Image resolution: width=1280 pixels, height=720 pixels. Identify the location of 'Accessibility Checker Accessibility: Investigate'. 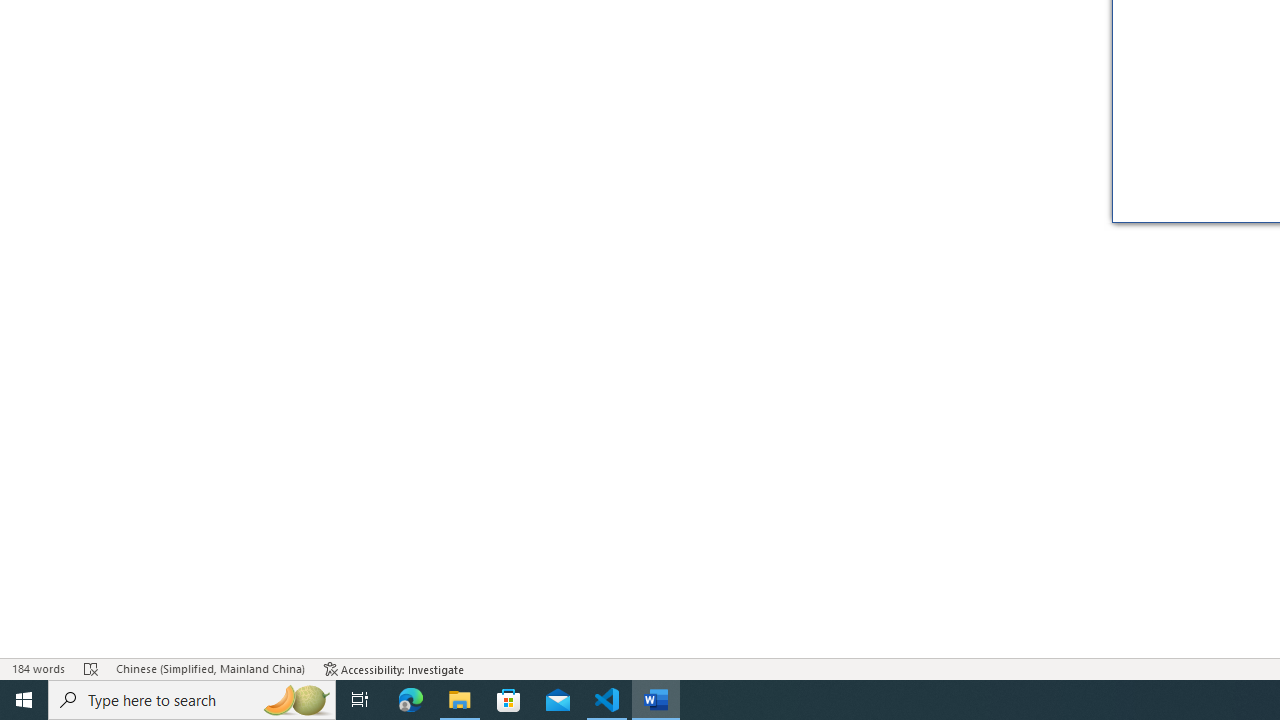
(394, 669).